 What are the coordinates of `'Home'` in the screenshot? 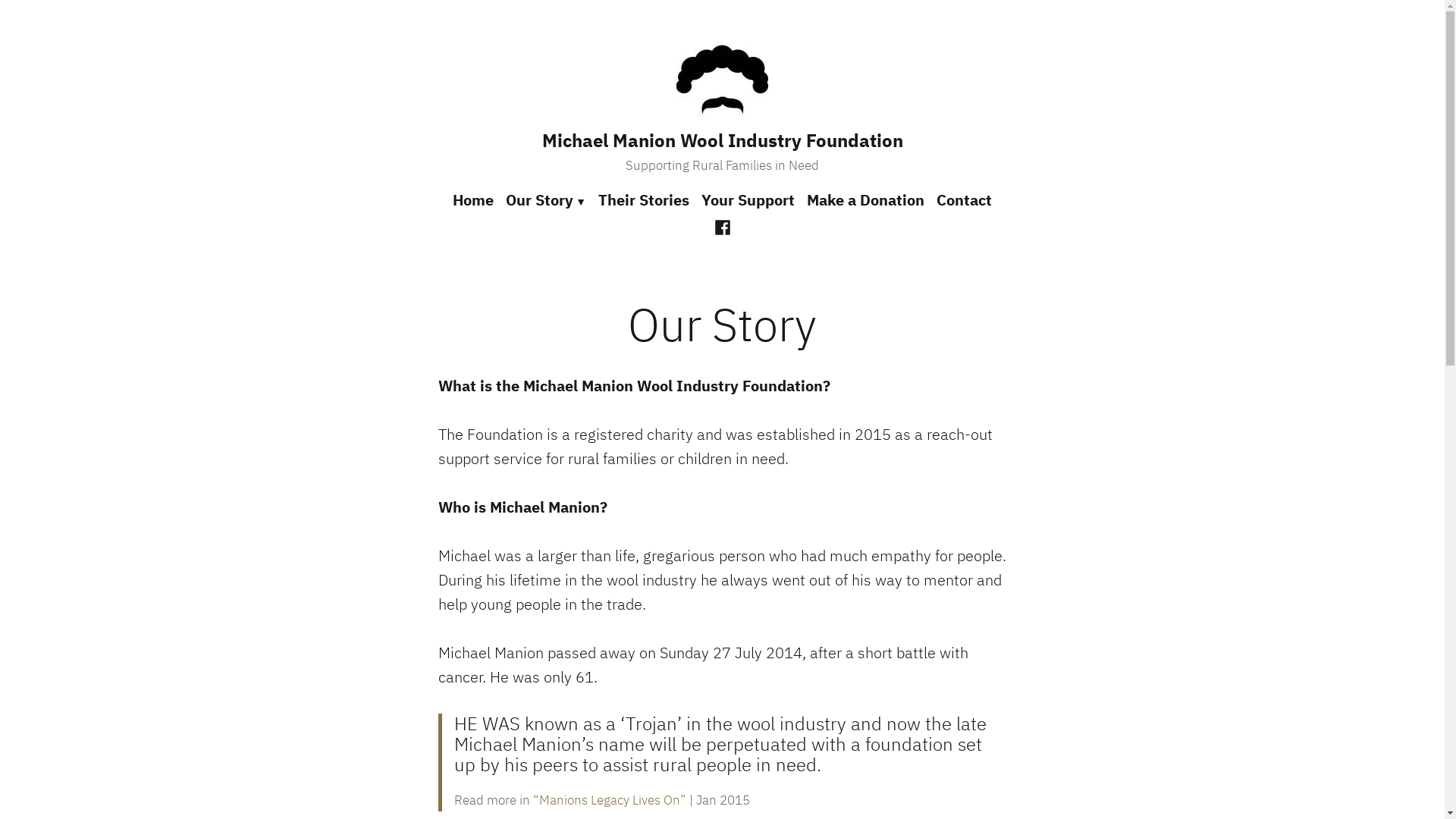 It's located at (451, 200).